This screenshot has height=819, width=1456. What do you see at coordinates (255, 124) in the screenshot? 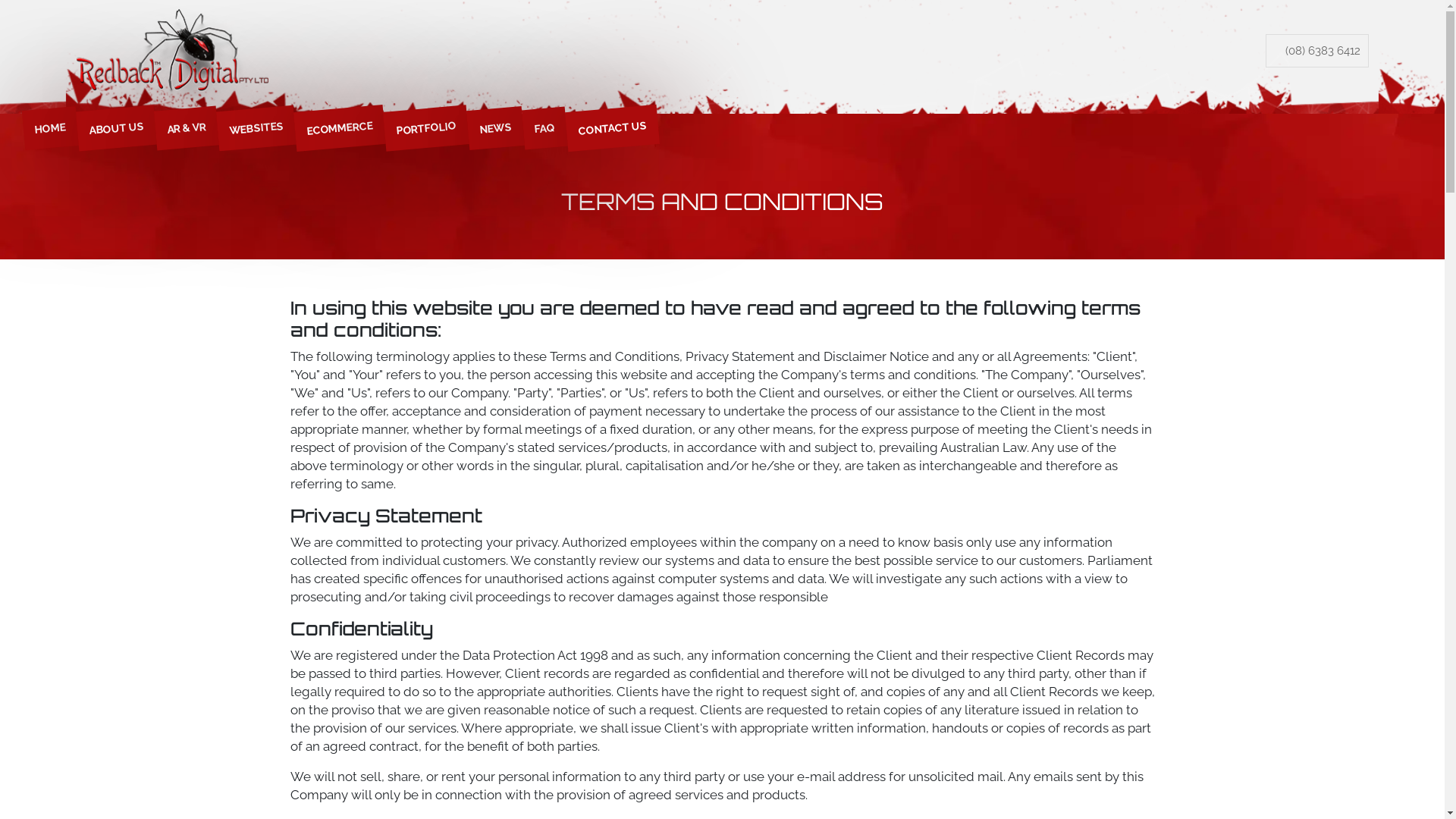
I see `'WEBSITES'` at bounding box center [255, 124].